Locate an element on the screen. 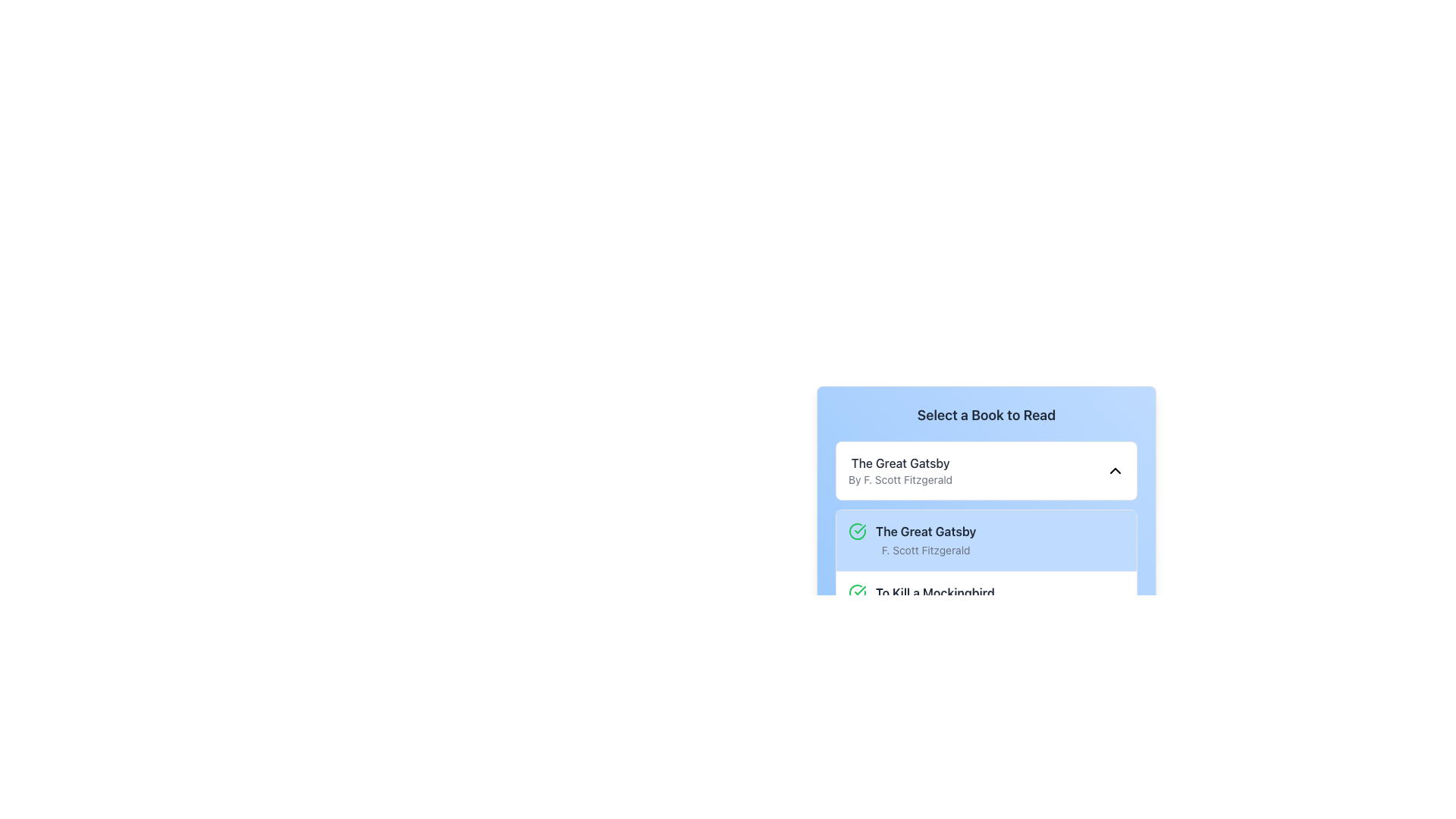  the state of the checkmark icon indicating selection for 'The Great Gatsby' in the list item is located at coordinates (860, 529).